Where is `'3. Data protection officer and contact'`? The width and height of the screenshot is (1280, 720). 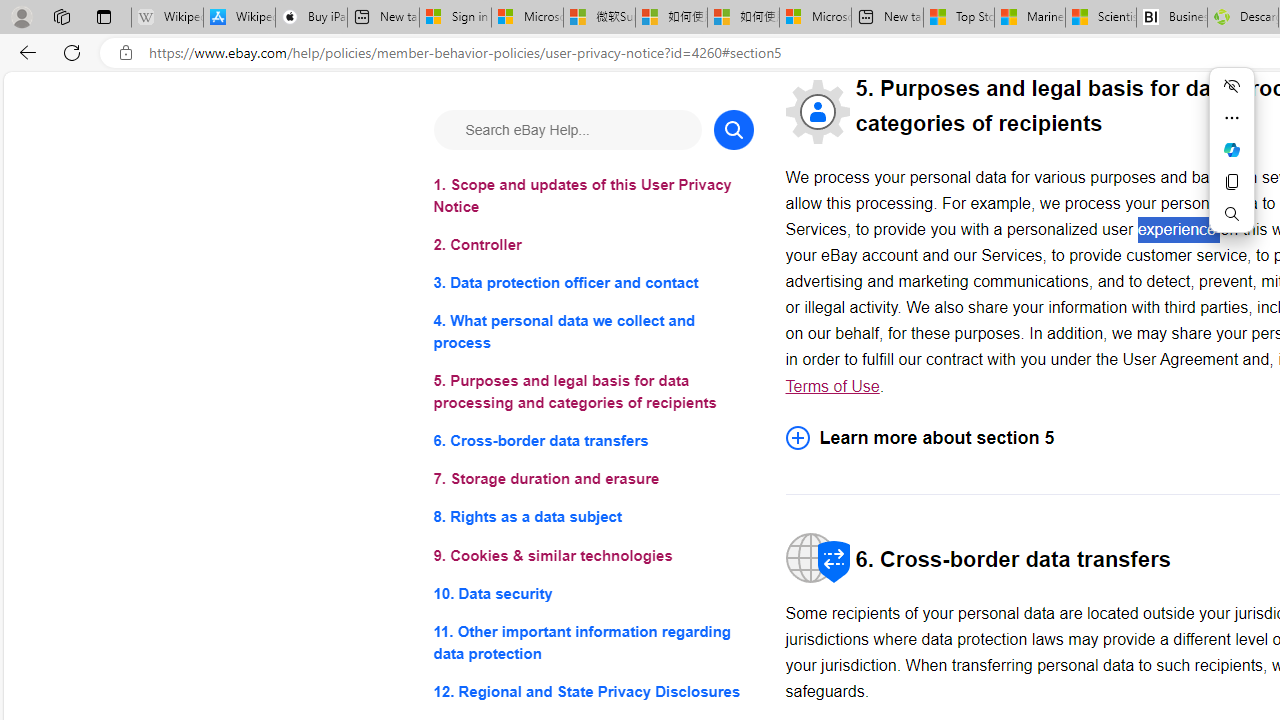
'3. Data protection officer and contact' is located at coordinates (592, 283).